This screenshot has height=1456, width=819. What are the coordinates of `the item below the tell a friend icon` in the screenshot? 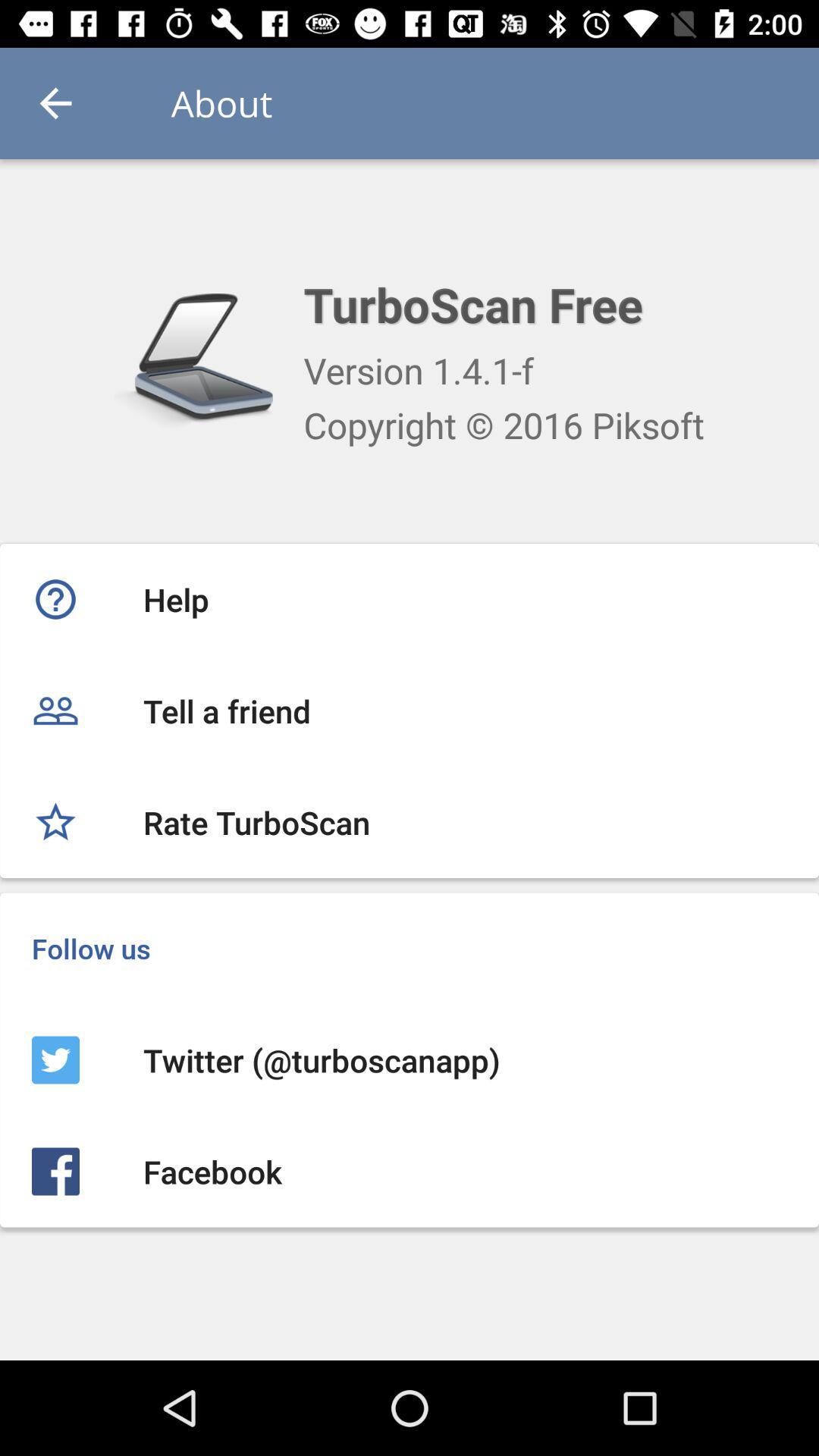 It's located at (409, 821).